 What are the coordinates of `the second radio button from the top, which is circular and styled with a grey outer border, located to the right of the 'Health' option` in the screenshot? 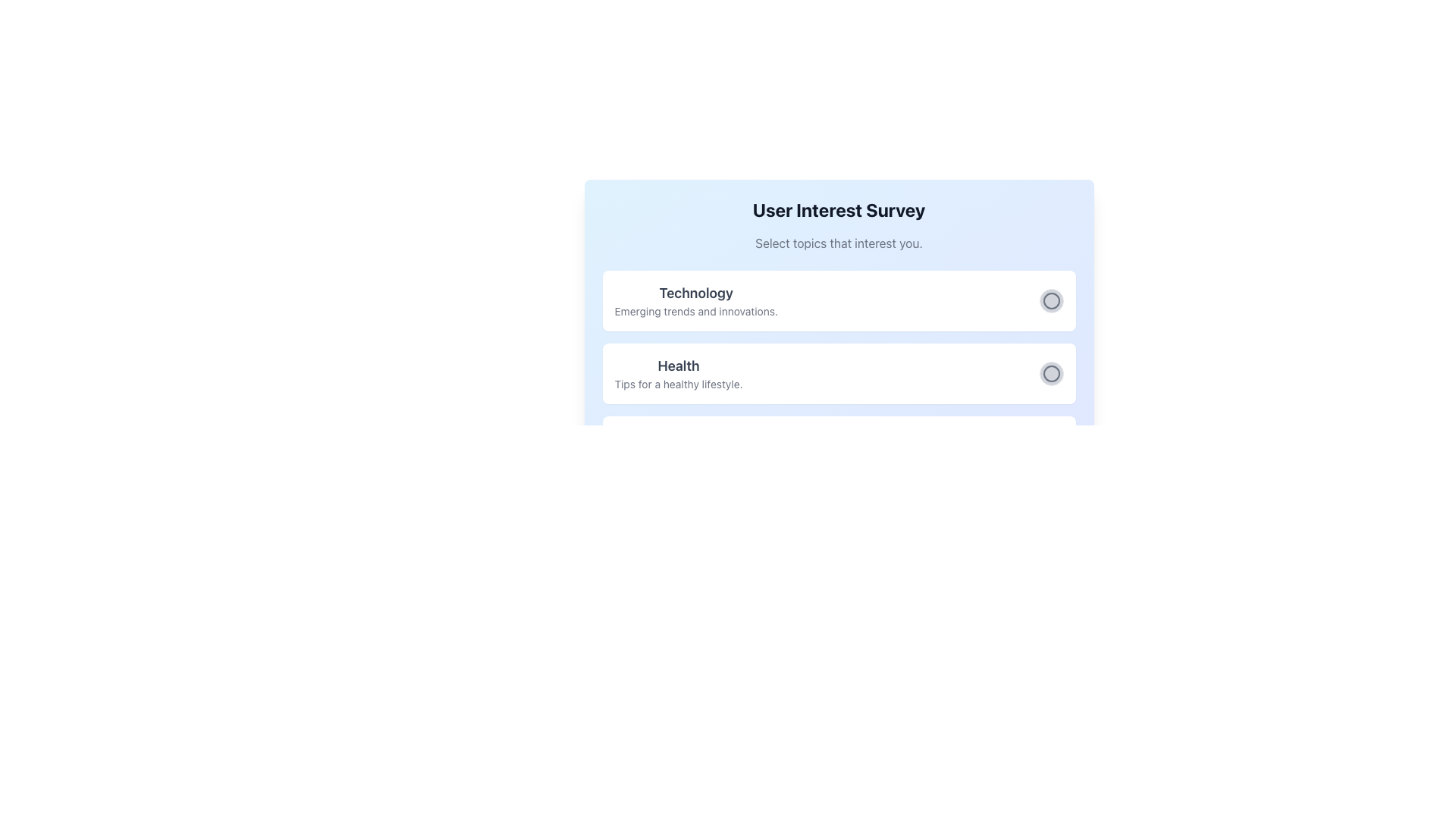 It's located at (1050, 374).